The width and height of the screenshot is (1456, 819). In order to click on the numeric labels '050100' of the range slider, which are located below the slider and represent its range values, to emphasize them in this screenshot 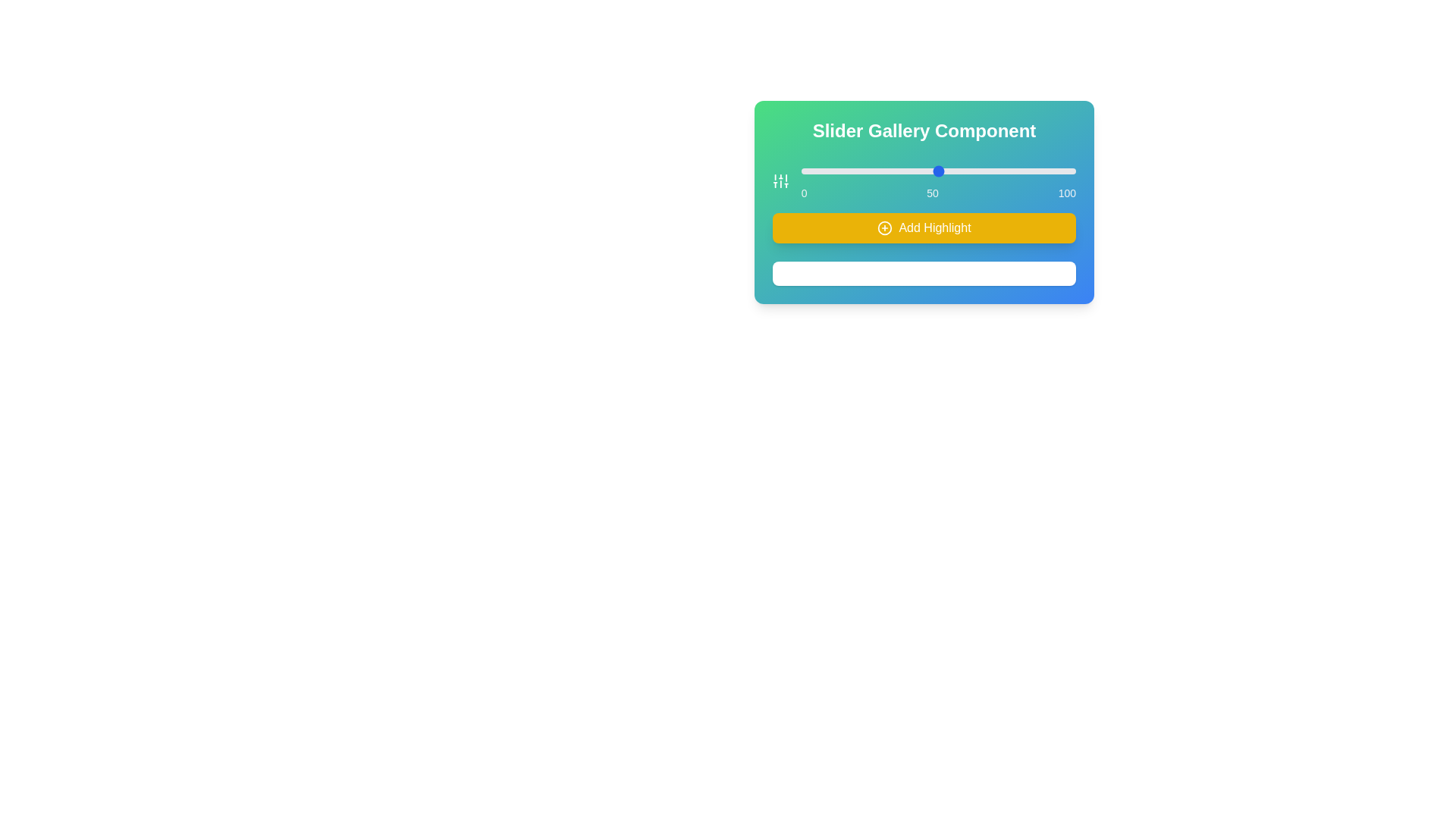, I will do `click(937, 192)`.